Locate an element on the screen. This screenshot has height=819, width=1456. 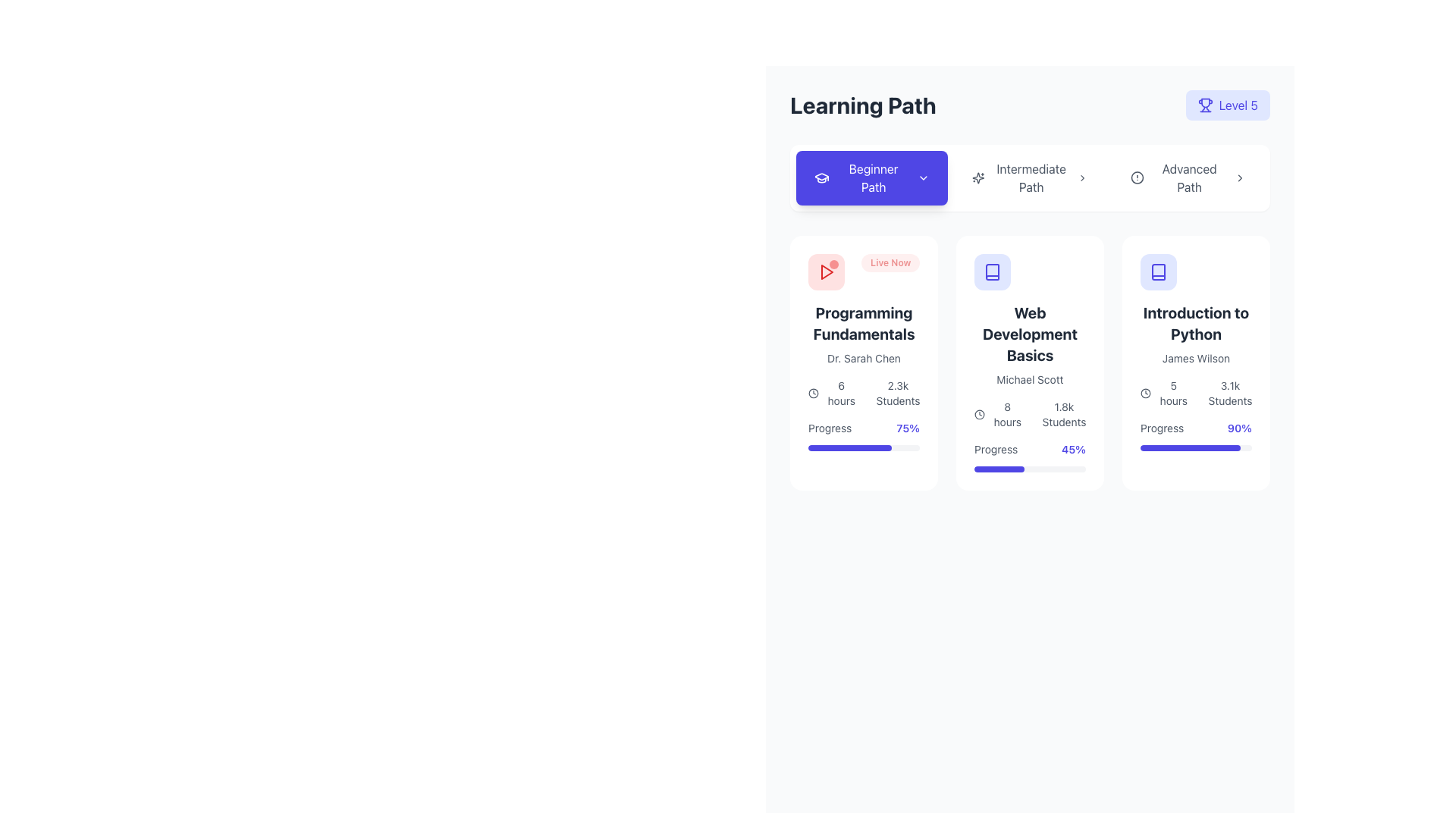
the text label displaying '5 hours' with a clock icon, located near the bottom of the third card 'Introduction to Python' in the grid layout is located at coordinates (1164, 393).